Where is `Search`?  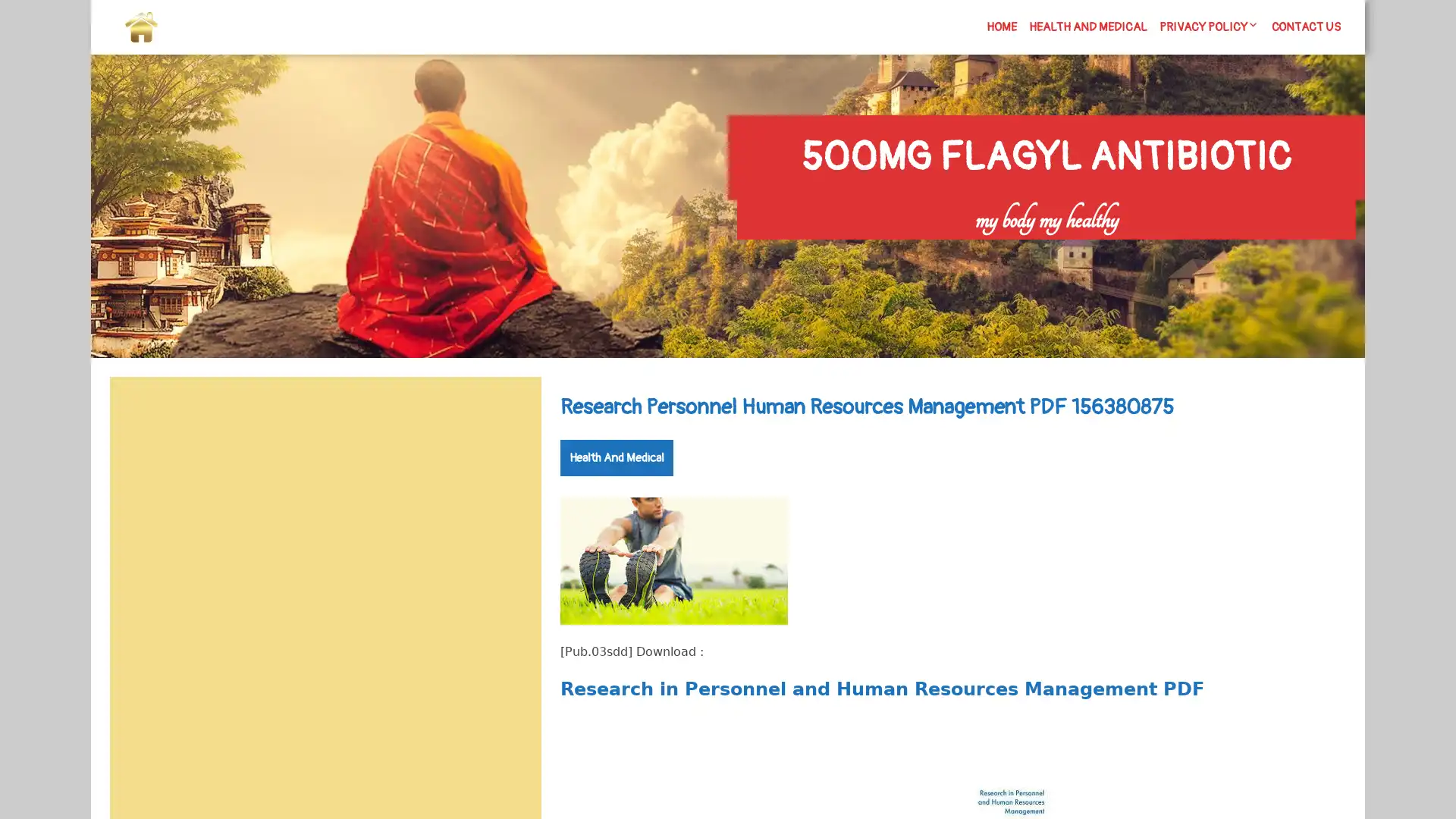
Search is located at coordinates (1181, 248).